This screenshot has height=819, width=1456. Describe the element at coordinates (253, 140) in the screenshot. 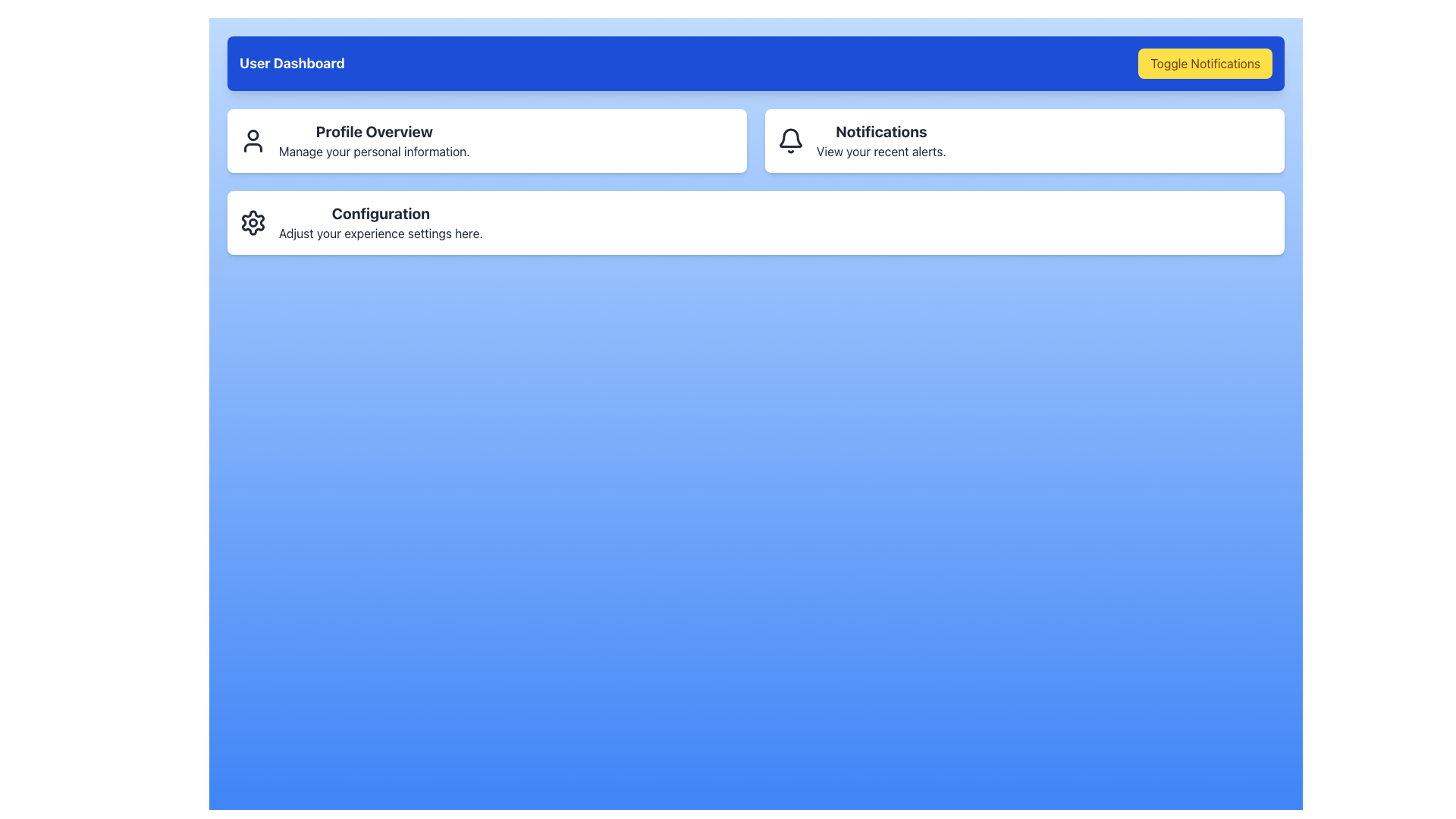

I see `the user icon styled as an outline of a person with a circular head and shoulders located in the top-left corner of the Profile Overview section` at that location.